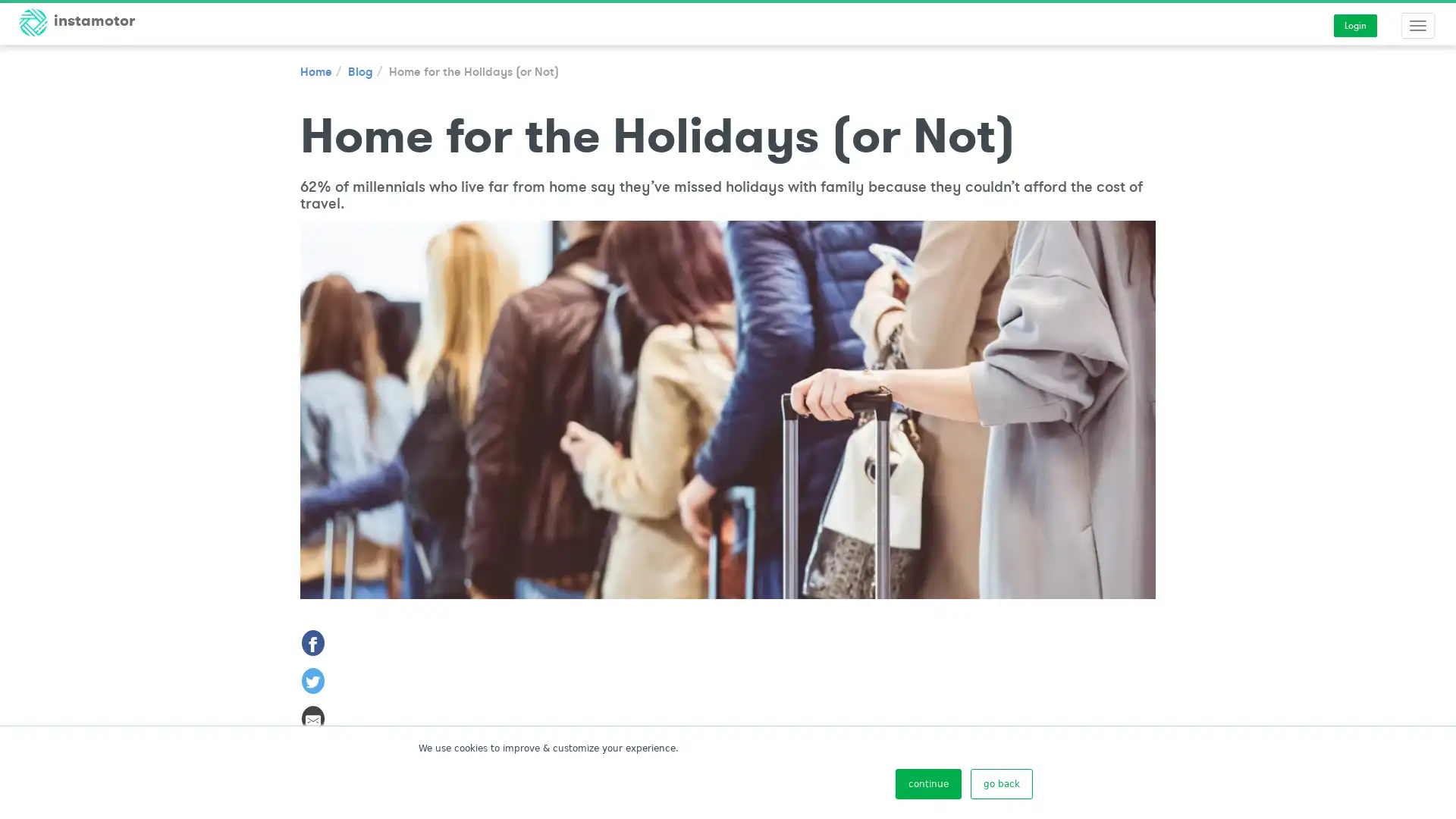 The image size is (1456, 819). Describe the element at coordinates (1417, 26) in the screenshot. I see `Toggle navigation` at that location.